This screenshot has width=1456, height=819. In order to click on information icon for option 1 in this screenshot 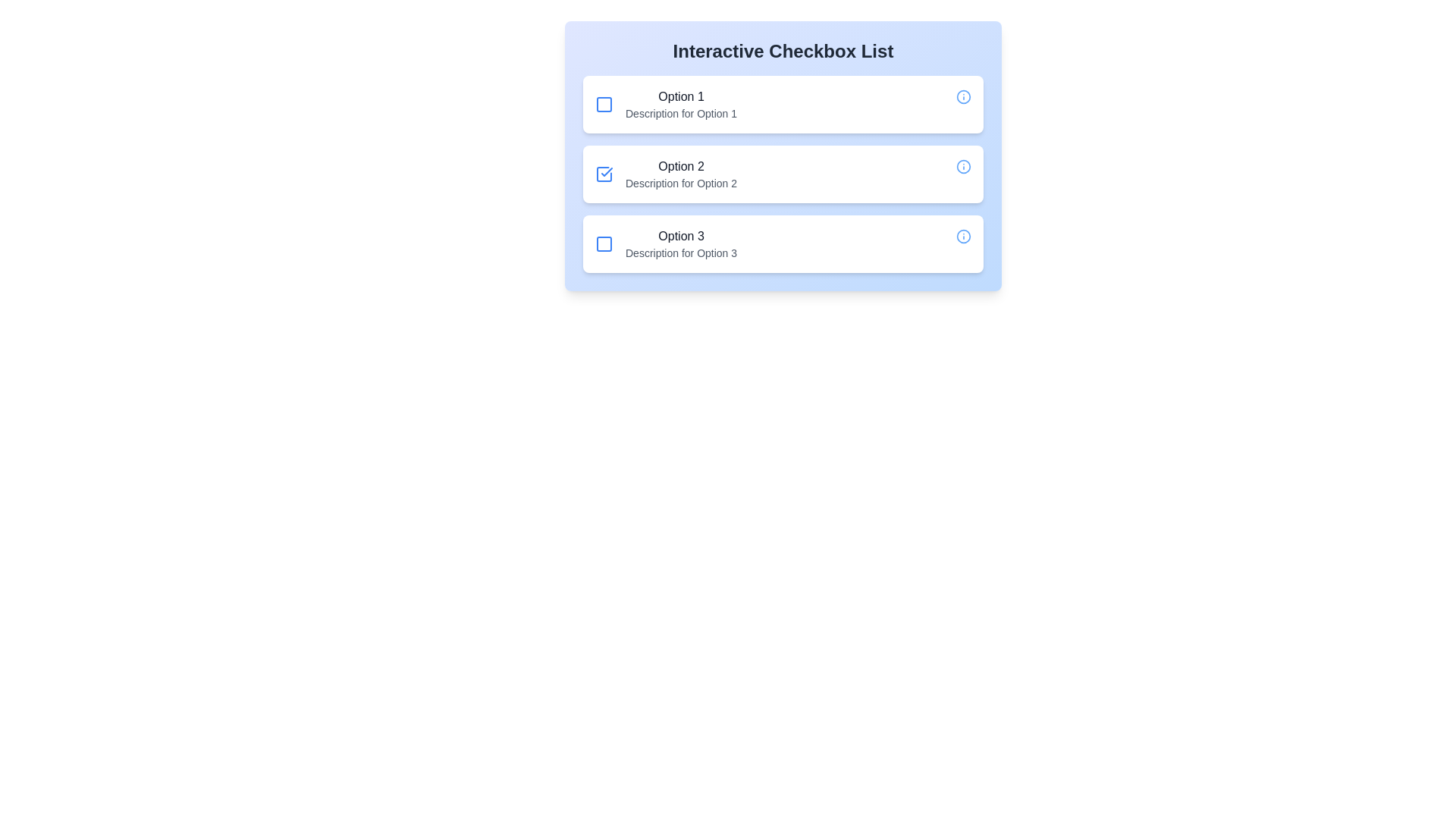, I will do `click(963, 96)`.